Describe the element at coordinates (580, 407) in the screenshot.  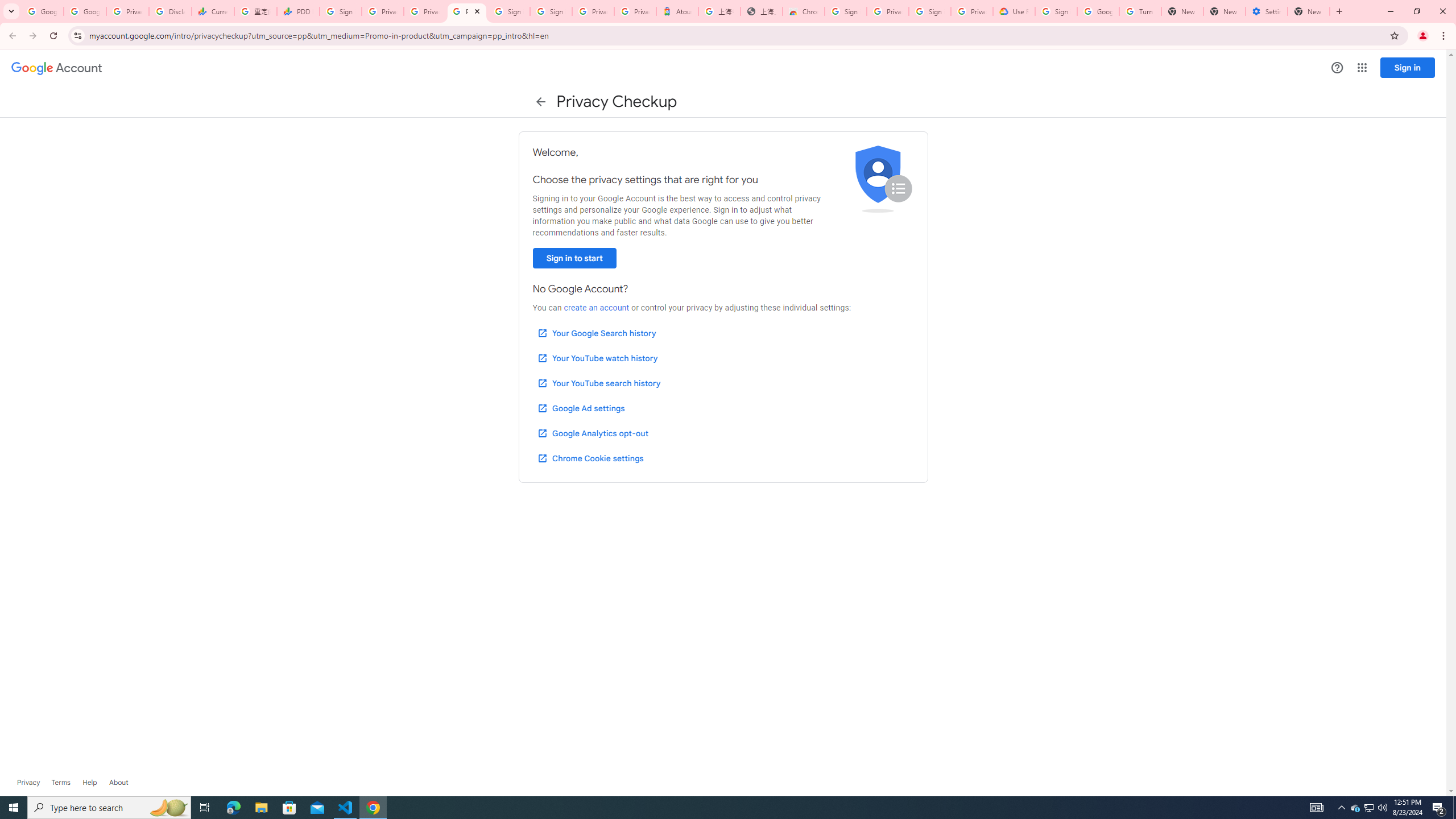
I see `'Google Ad settings'` at that location.